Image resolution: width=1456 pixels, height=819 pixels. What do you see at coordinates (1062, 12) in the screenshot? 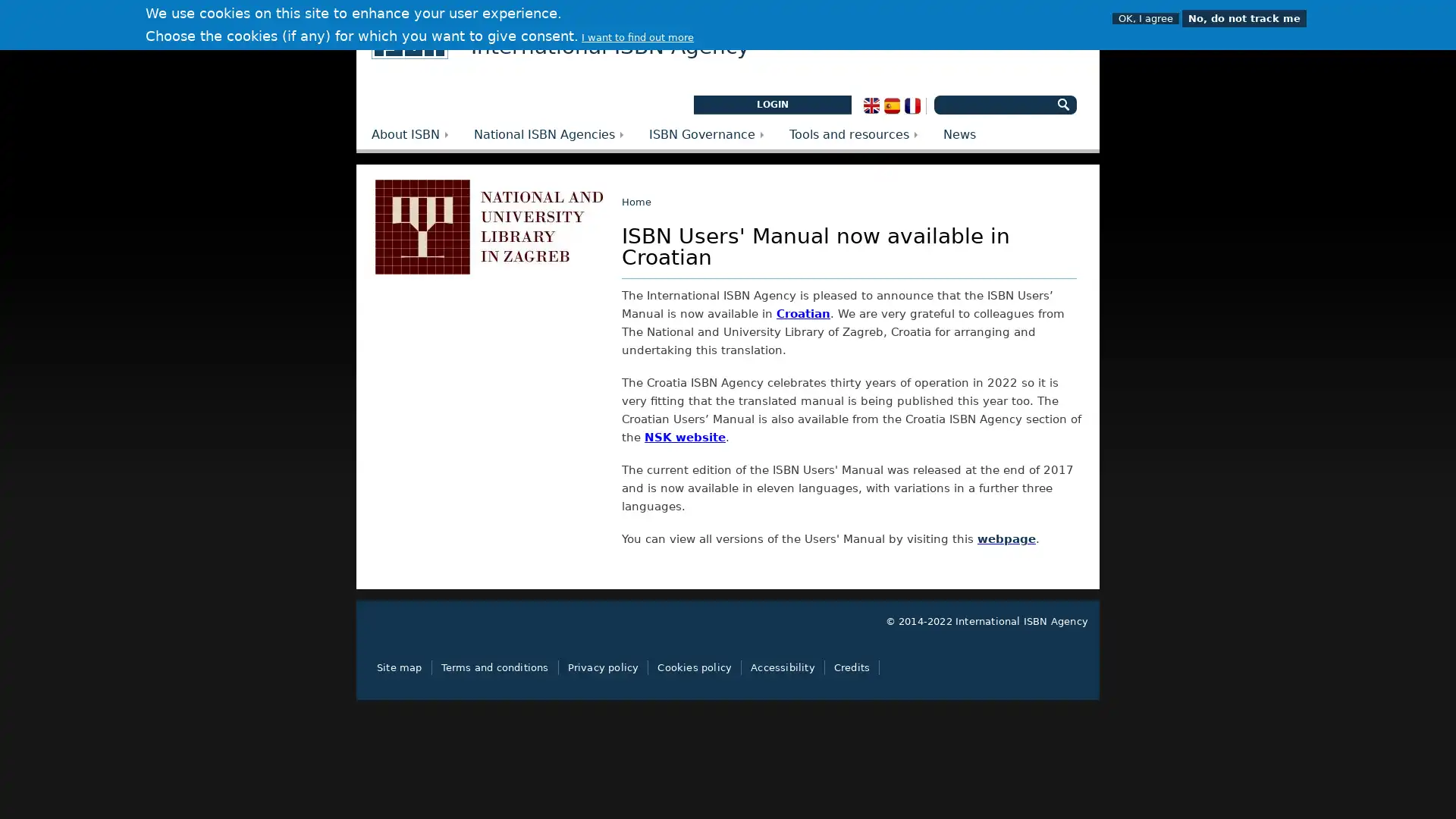
I see `OFF` at bounding box center [1062, 12].